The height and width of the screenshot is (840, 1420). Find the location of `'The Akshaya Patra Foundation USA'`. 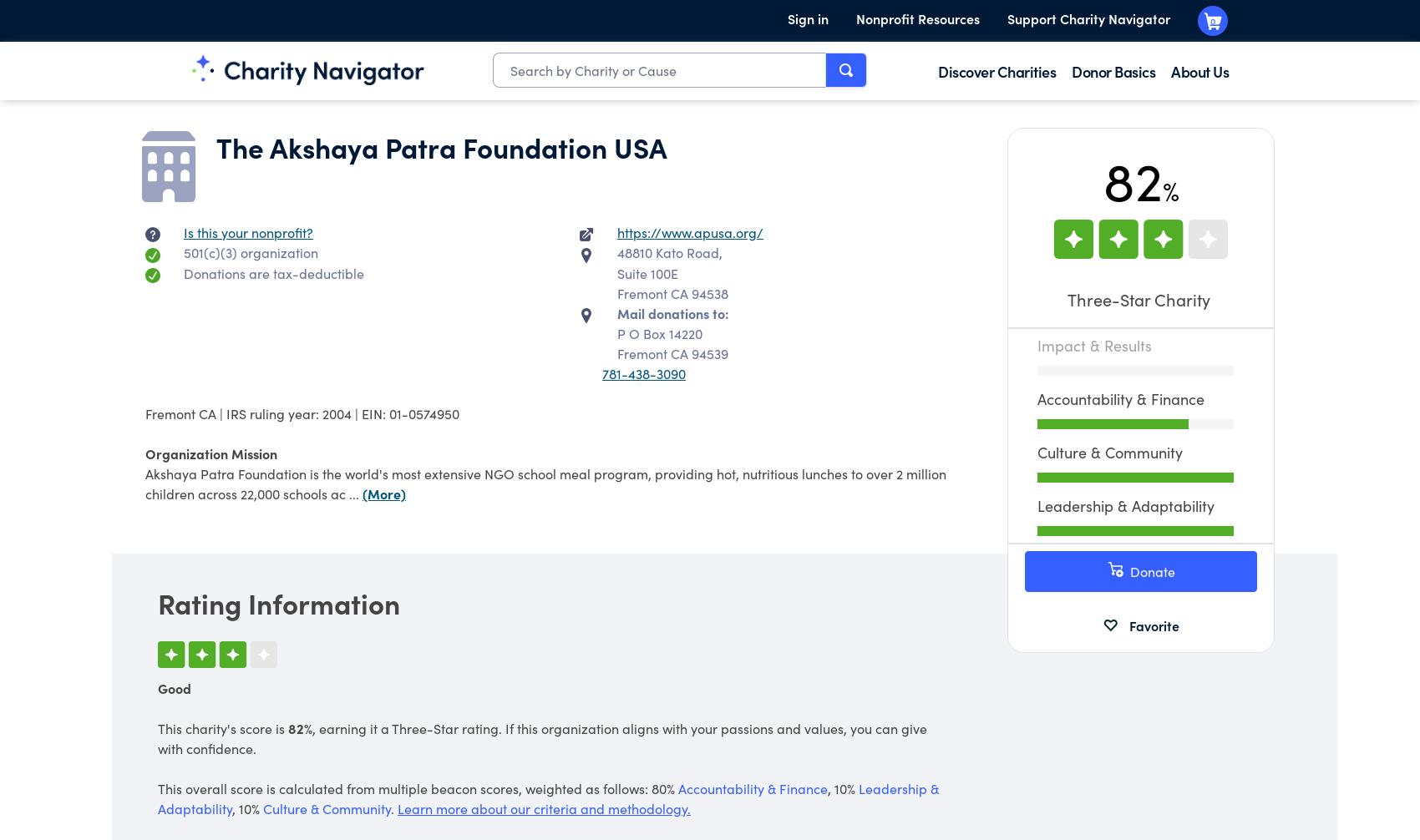

'The Akshaya Patra Foundation USA' is located at coordinates (216, 146).